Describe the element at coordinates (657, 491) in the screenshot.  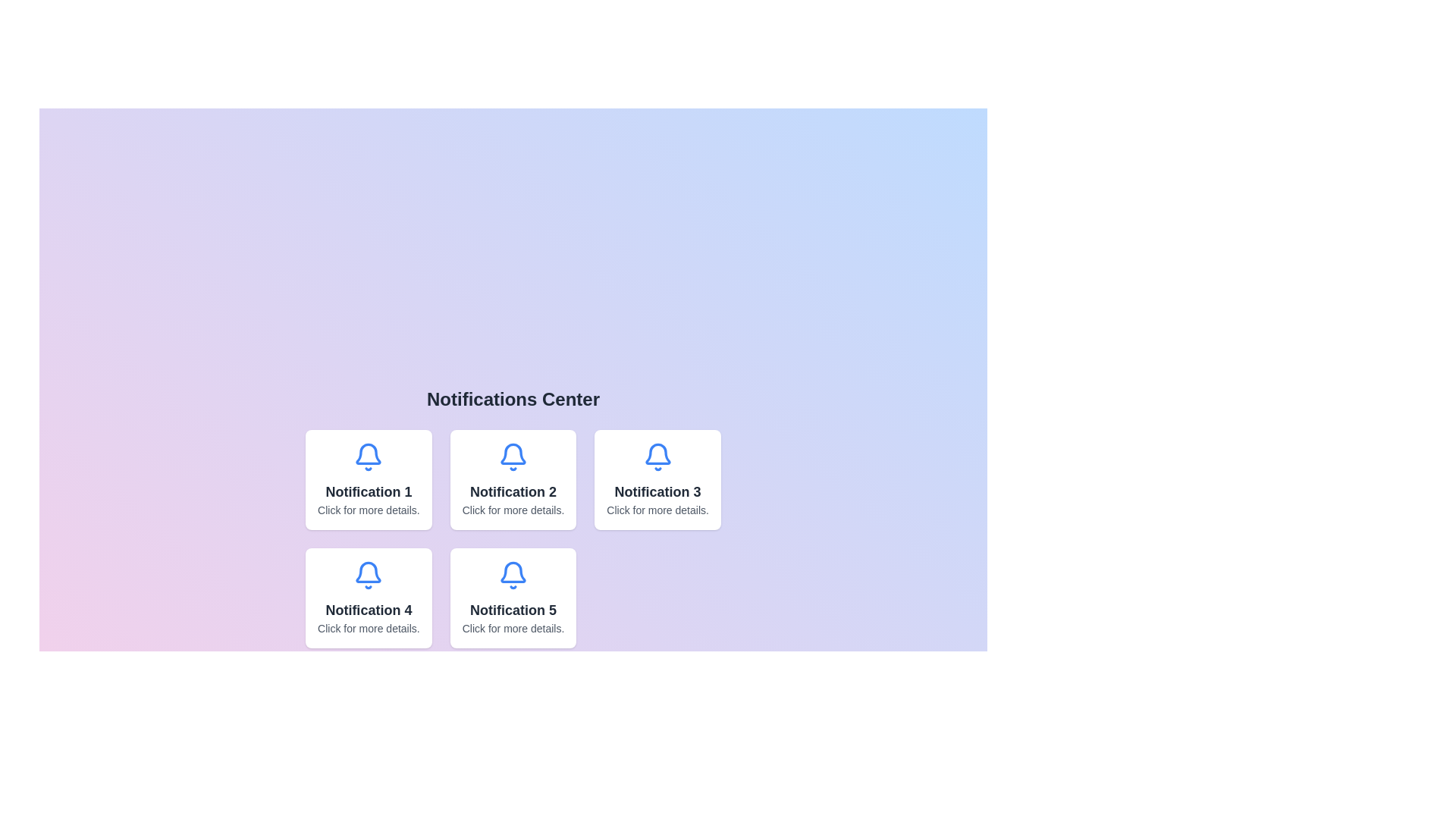
I see `text heading 'Notification 3' which is styled prominently in bold dark gray and centrally aligned above the descriptive text and below a blue bell icon` at that location.